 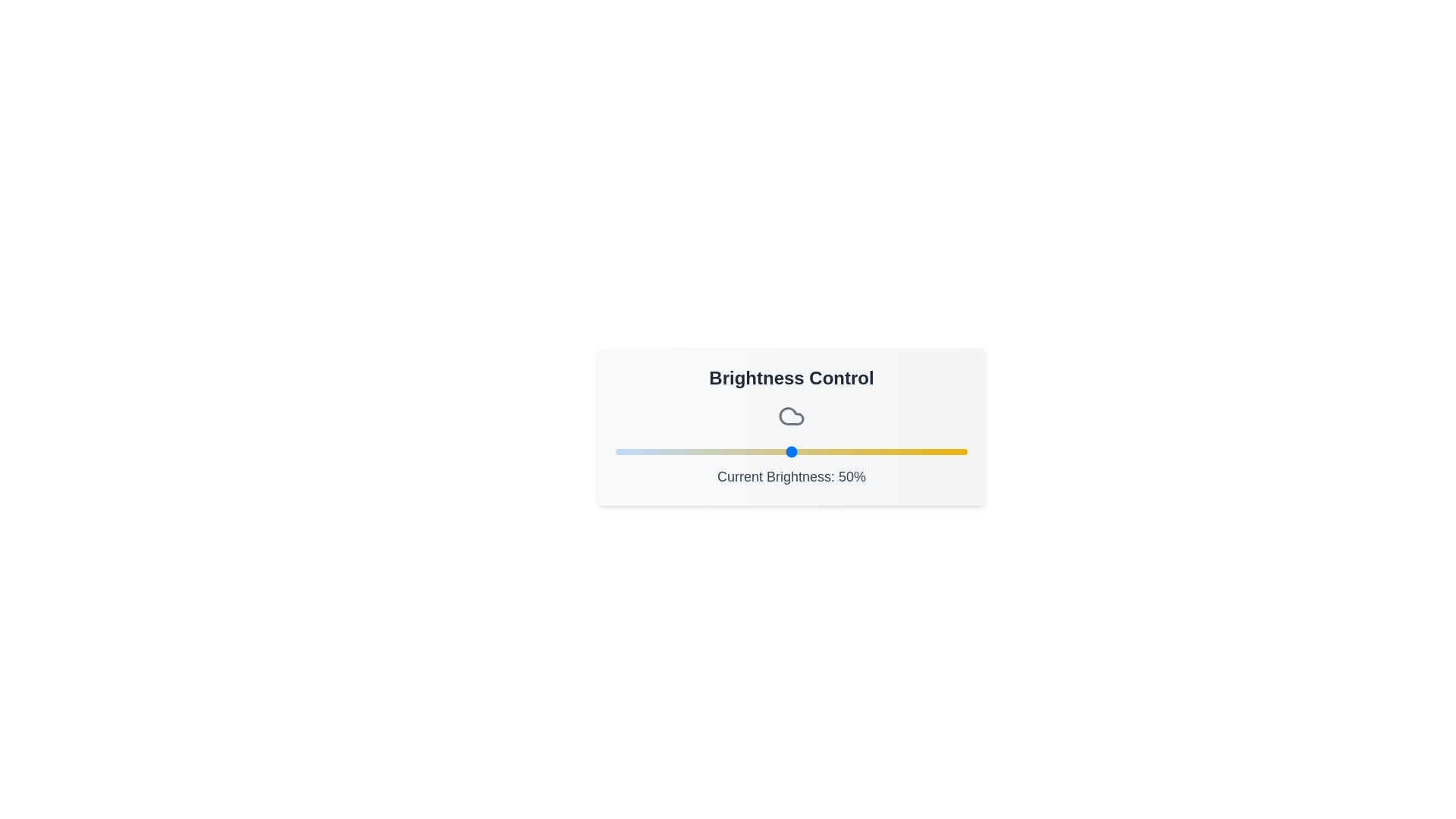 I want to click on the brightness level to 17% by interacting with the slider, so click(x=674, y=451).